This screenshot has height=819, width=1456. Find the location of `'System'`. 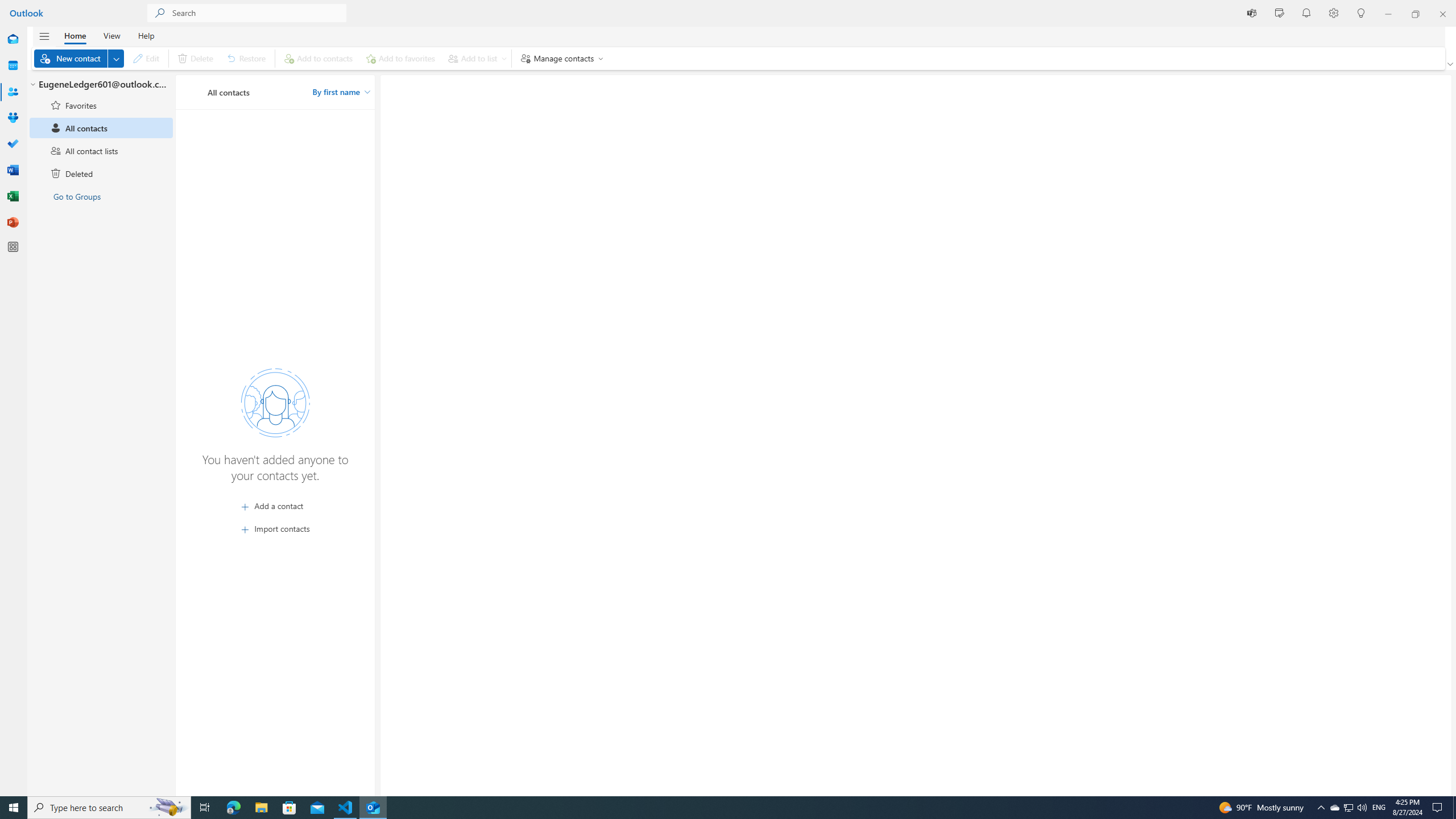

'System' is located at coordinates (6, 5).